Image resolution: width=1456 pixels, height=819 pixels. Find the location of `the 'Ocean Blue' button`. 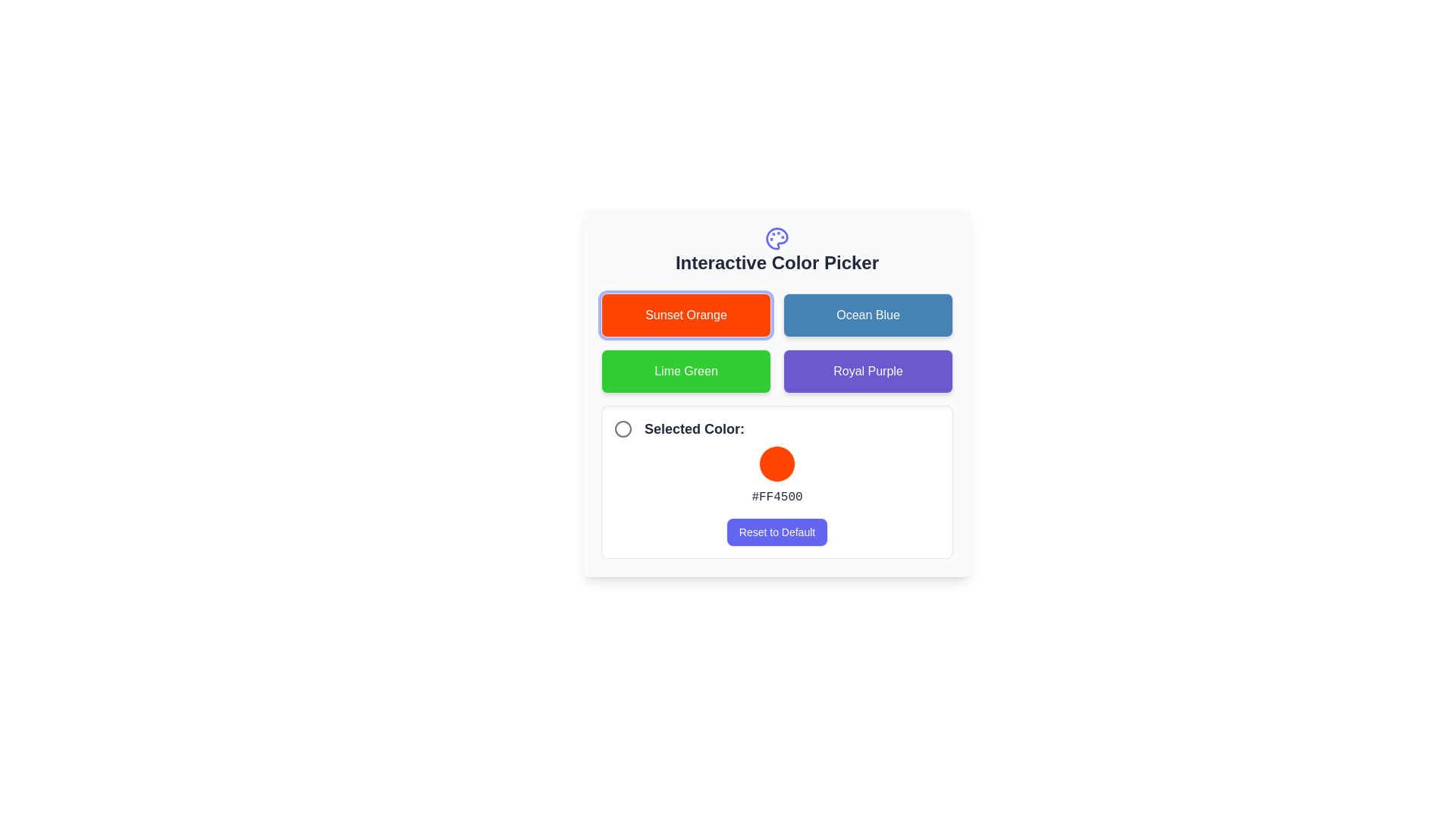

the 'Ocean Blue' button is located at coordinates (868, 315).